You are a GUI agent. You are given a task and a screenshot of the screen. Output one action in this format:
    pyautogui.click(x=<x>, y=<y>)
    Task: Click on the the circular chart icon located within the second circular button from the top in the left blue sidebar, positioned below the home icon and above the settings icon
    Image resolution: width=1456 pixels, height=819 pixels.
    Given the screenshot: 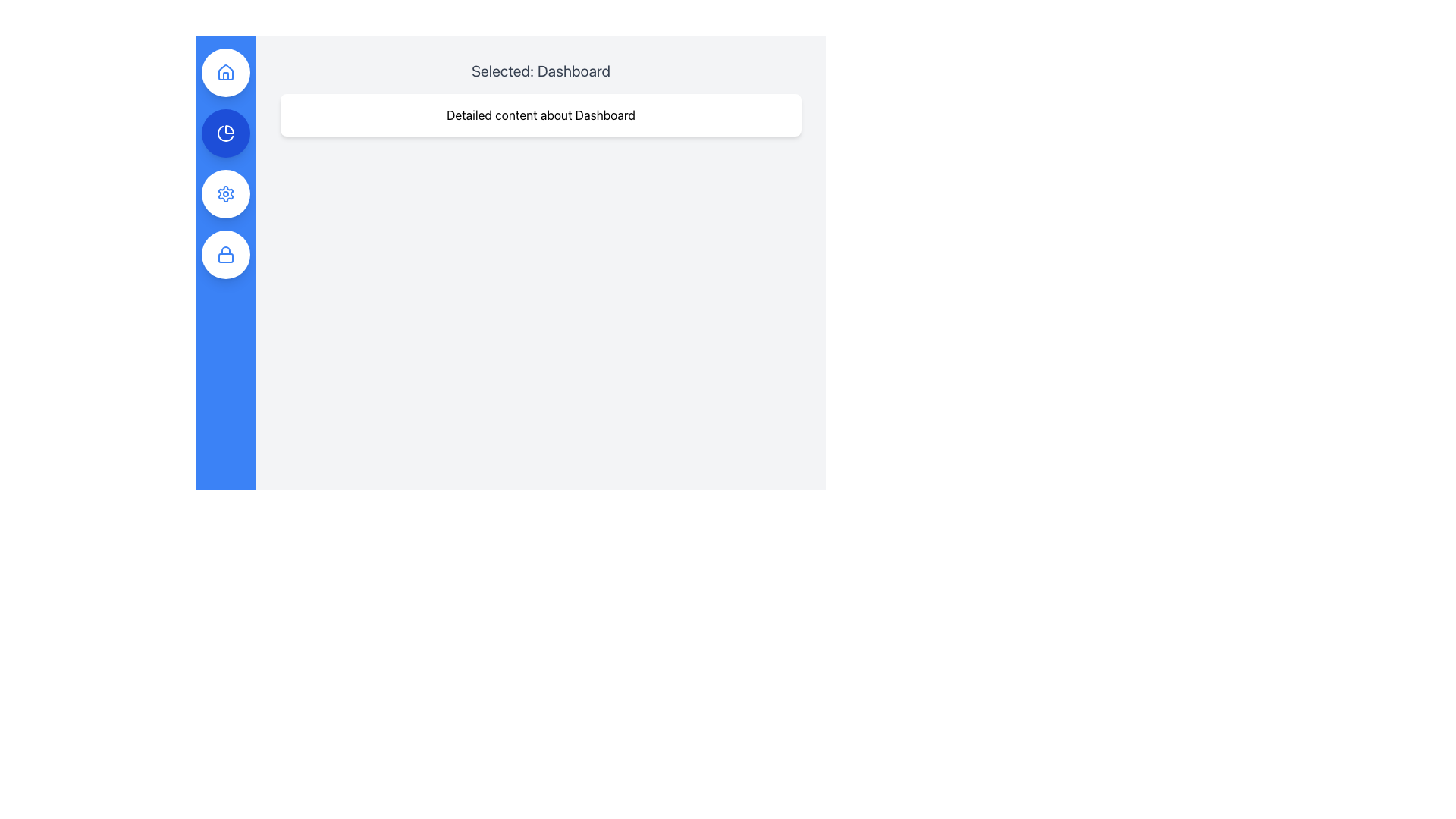 What is the action you would take?
    pyautogui.click(x=224, y=133)
    